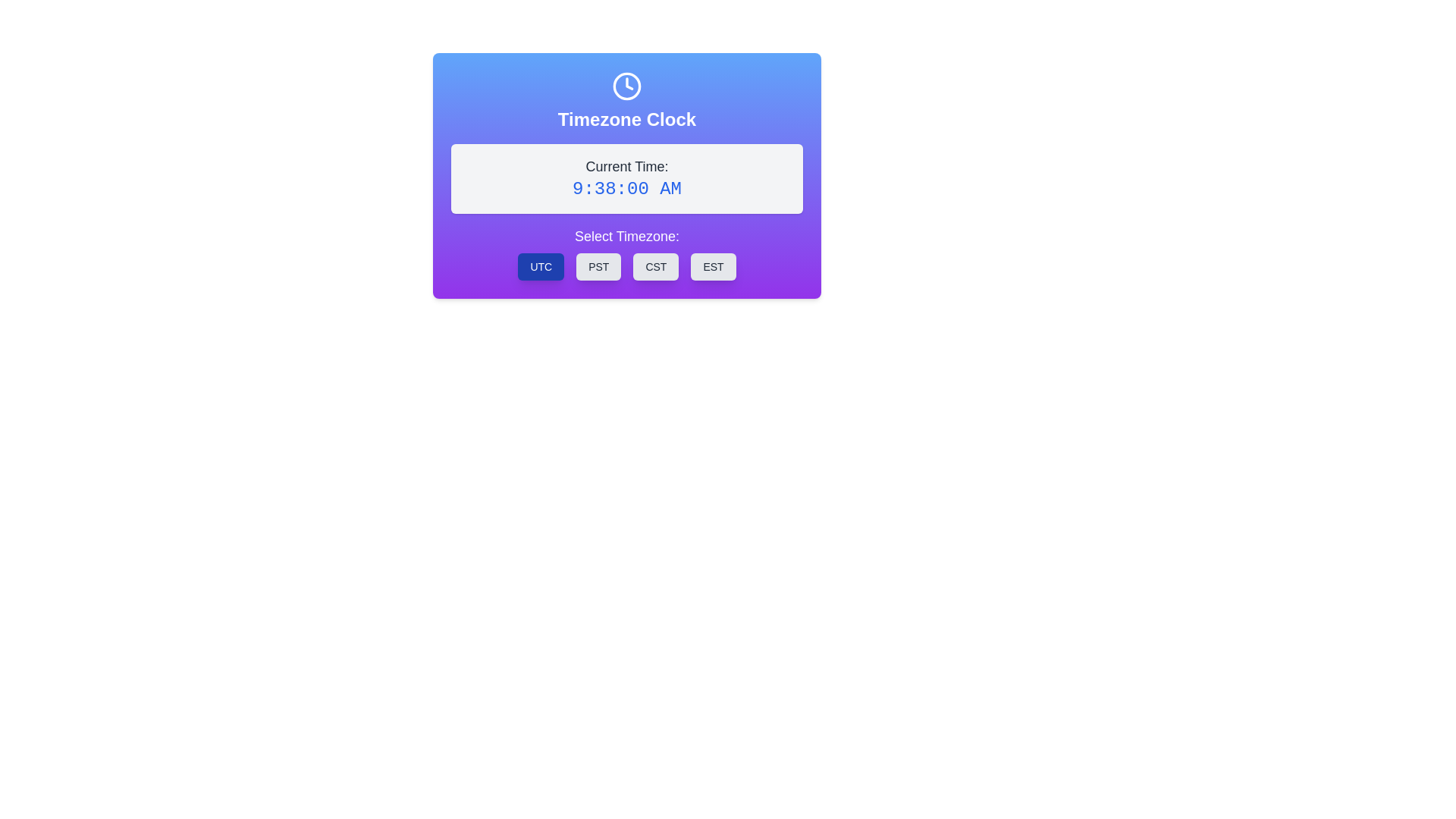 The height and width of the screenshot is (819, 1456). Describe the element at coordinates (598, 265) in the screenshot. I see `the button labeled 'PST'` at that location.